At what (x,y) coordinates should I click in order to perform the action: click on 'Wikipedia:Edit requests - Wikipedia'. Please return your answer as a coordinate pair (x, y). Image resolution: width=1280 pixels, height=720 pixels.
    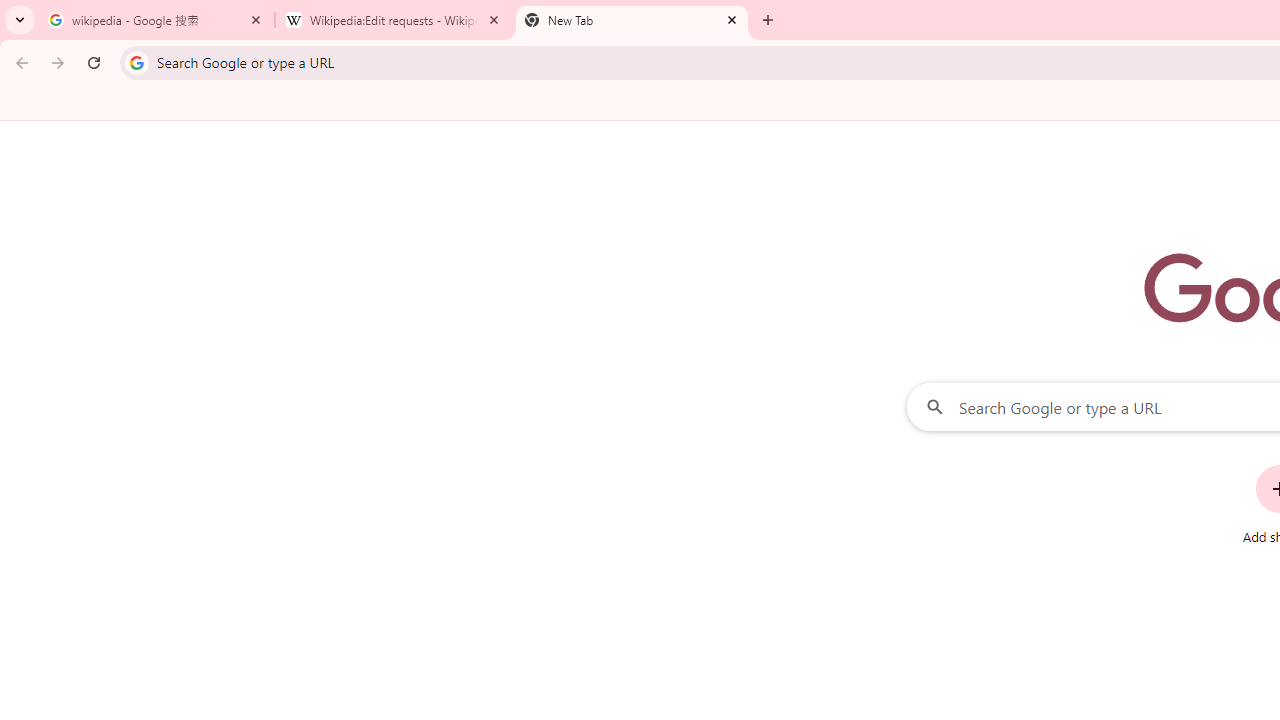
    Looking at the image, I should click on (394, 20).